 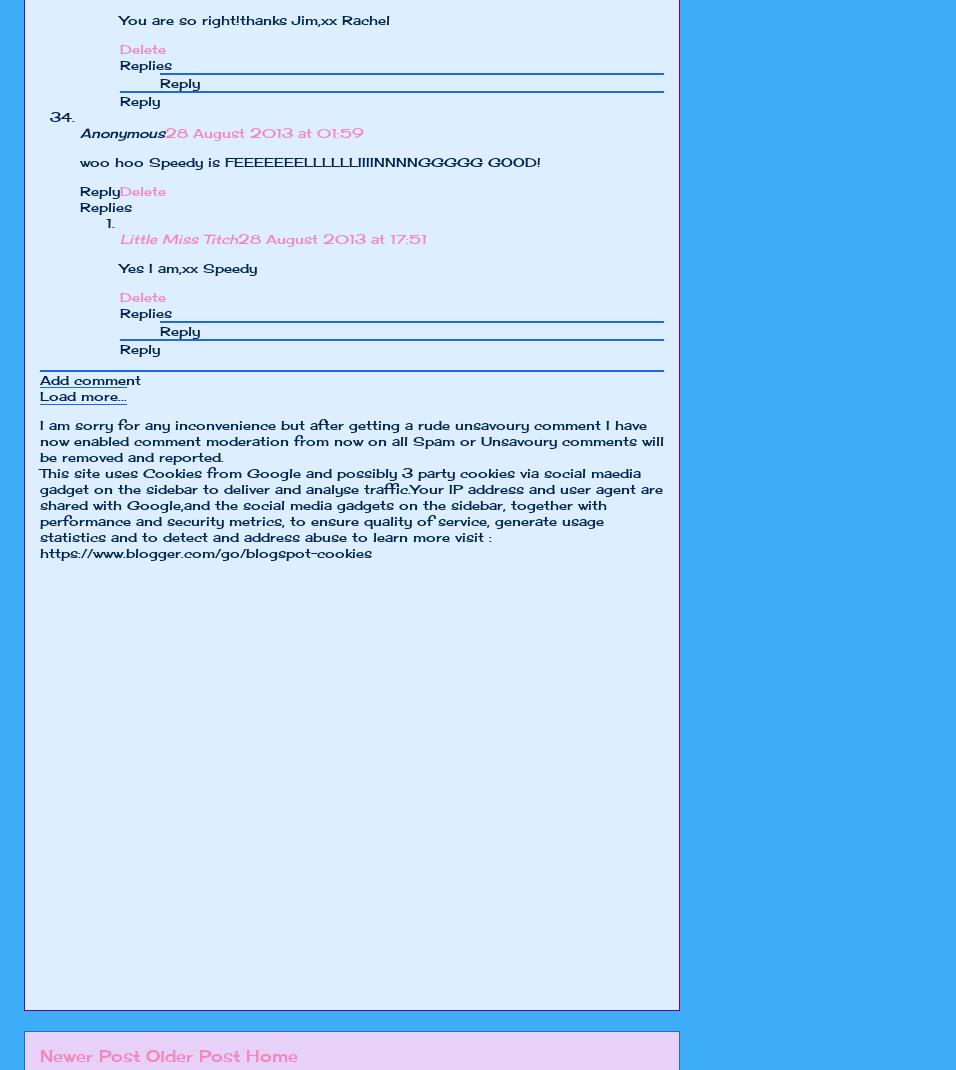 I want to click on 'You are so right!thanks Jim,xx Rachel', so click(x=118, y=19).